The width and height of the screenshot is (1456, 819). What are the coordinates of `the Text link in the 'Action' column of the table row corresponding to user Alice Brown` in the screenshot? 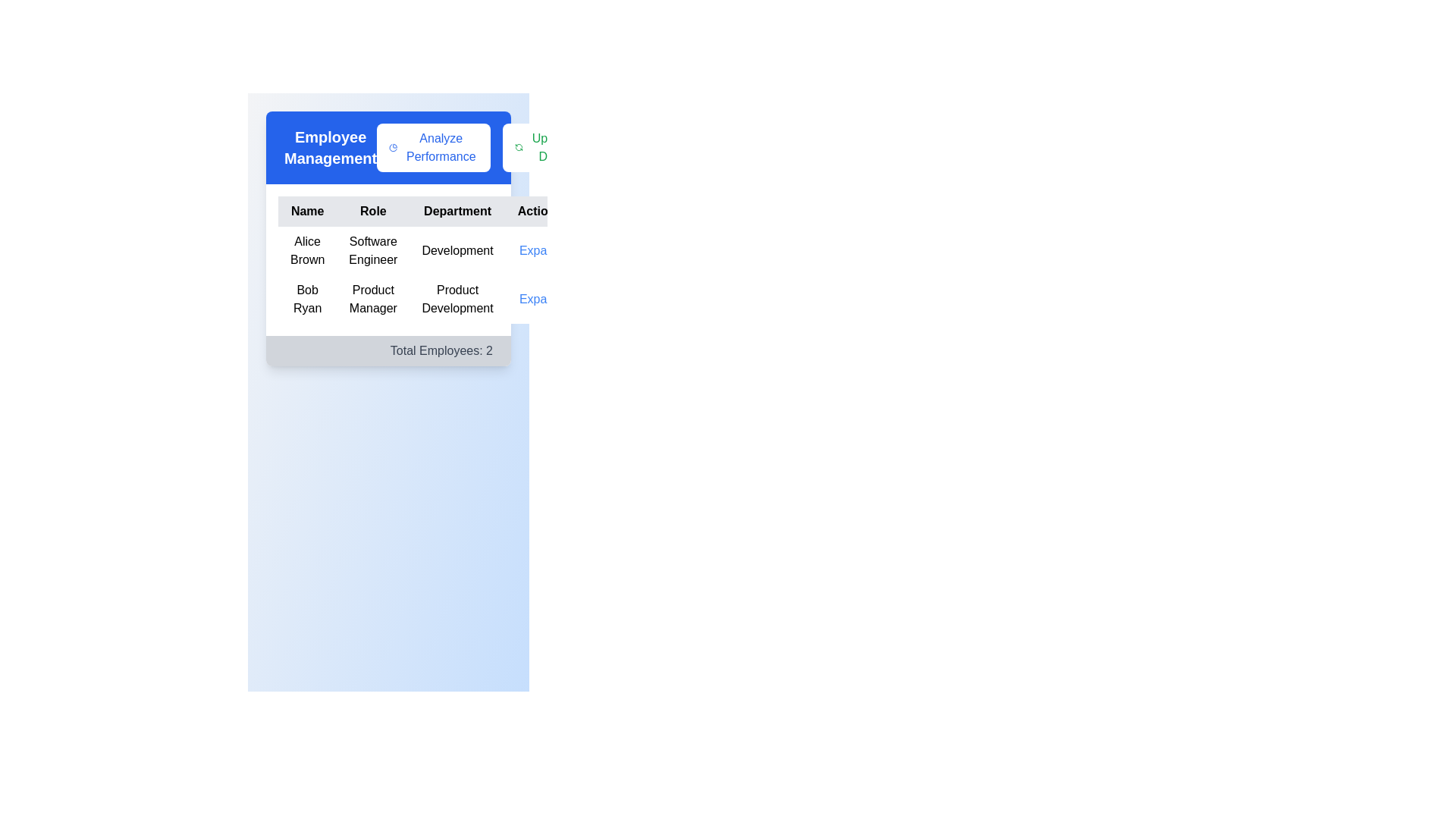 It's located at (539, 250).